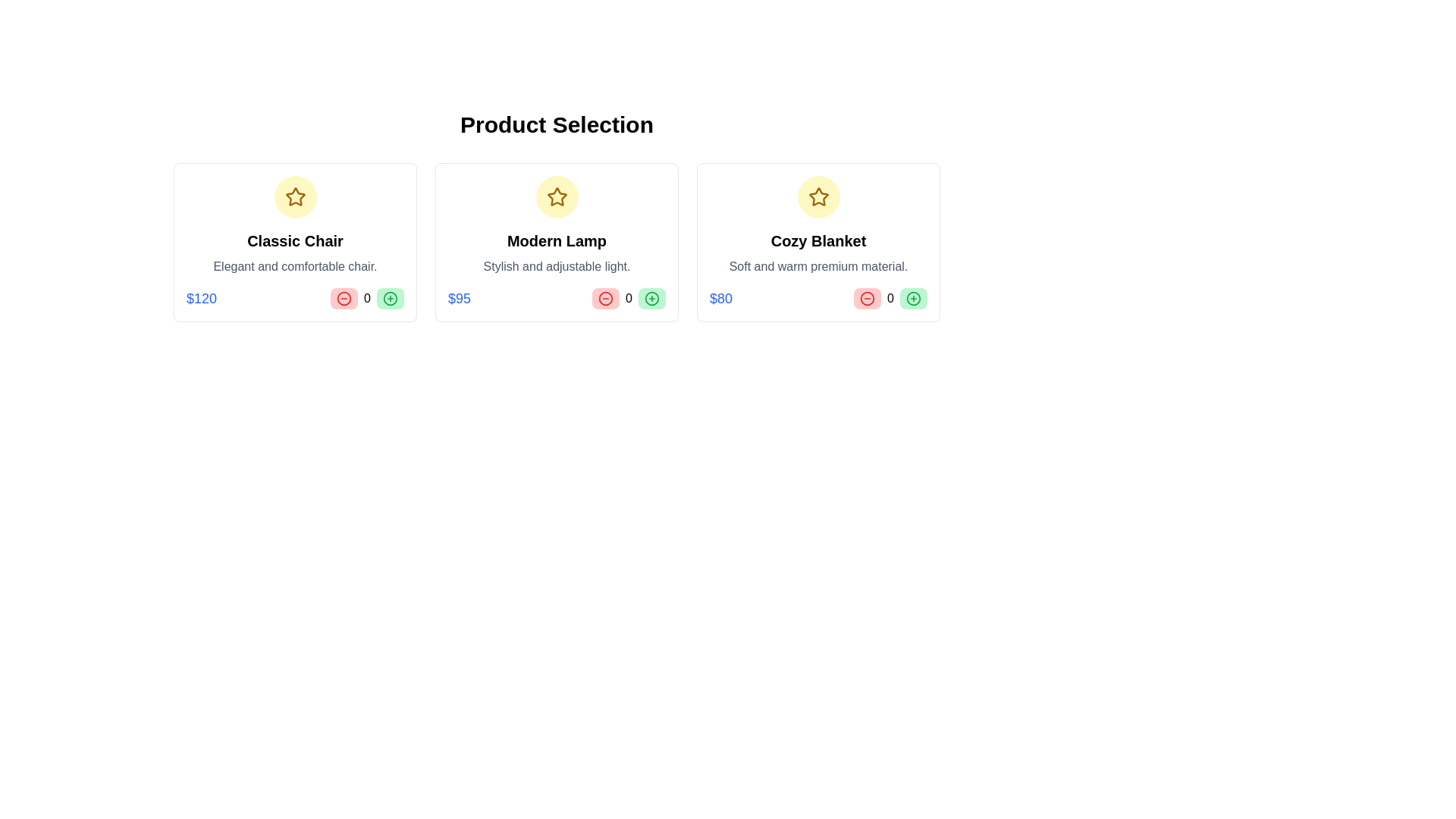  Describe the element at coordinates (890, 298) in the screenshot. I see `displayed numeric value from the numeric display box for the product 'Cozy Blanket', which is located at the center of the product card` at that location.